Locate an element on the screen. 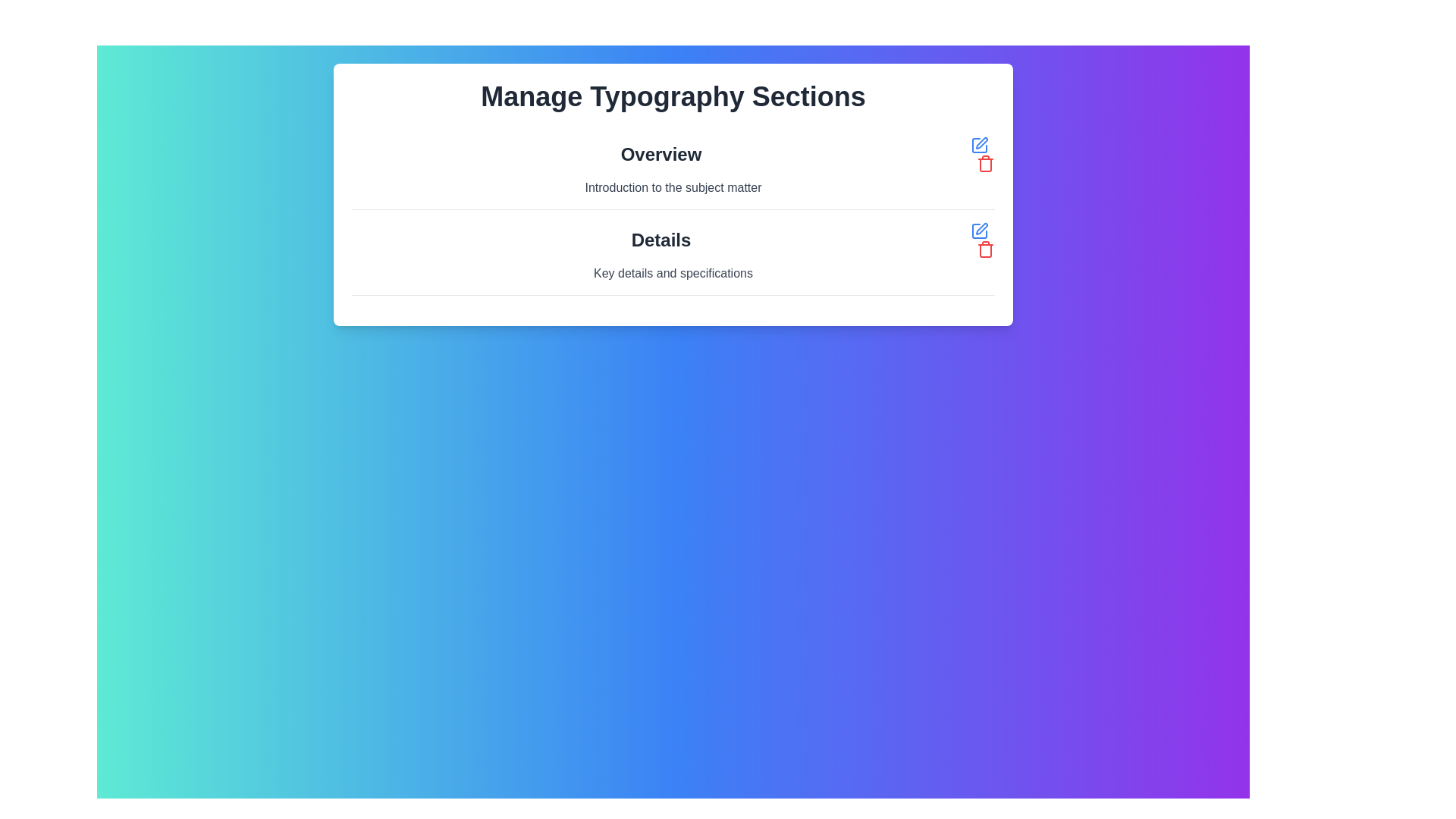 This screenshot has width=1456, height=819. the text label displaying 'Key details and specifications', which is styled with a muted gray color and located under the bold 'Details' section is located at coordinates (673, 274).